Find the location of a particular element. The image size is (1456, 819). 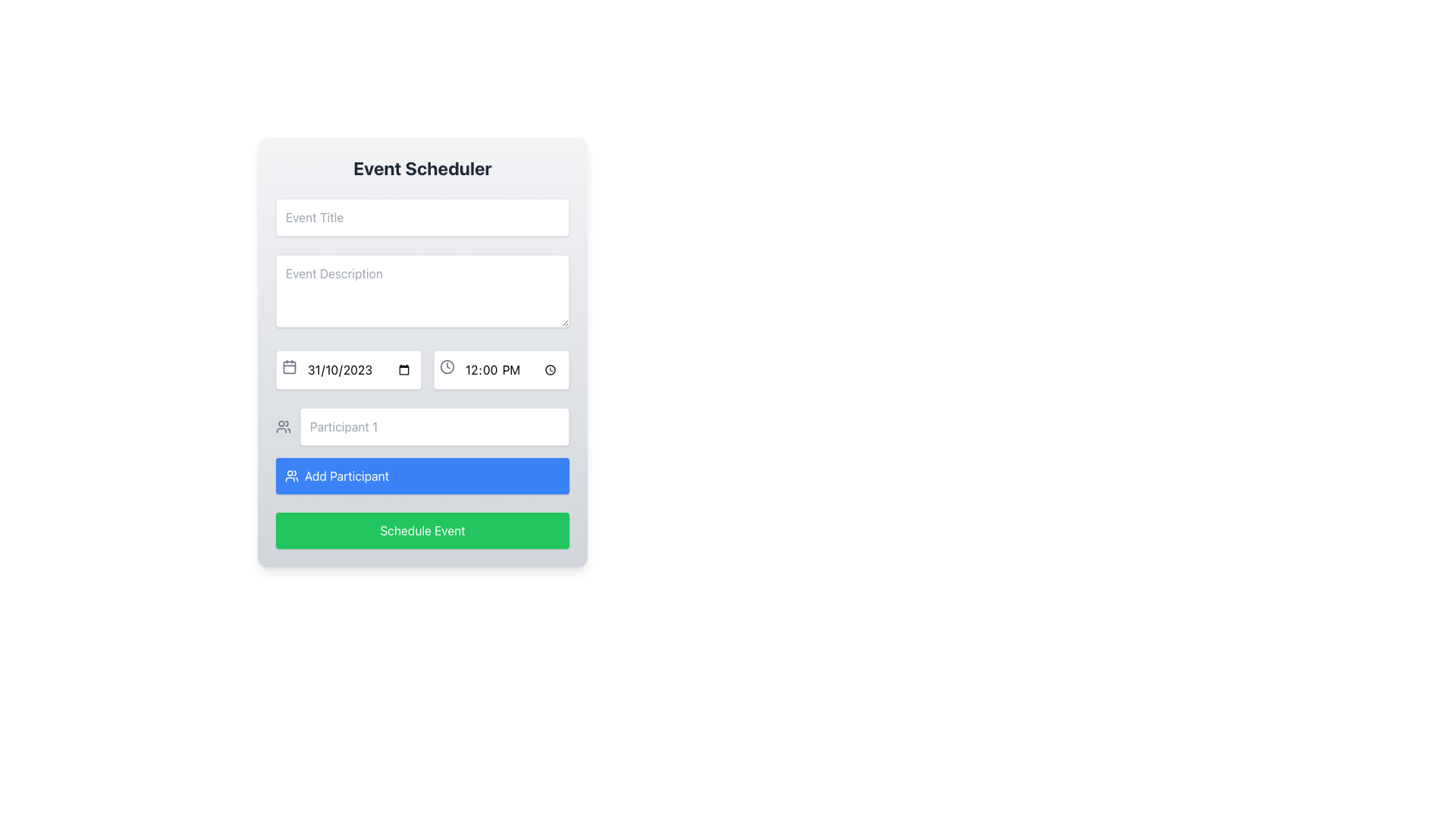

the circular clock icon with a minimalist design, located in the right section of the interface, next to the time input field is located at coordinates (447, 366).